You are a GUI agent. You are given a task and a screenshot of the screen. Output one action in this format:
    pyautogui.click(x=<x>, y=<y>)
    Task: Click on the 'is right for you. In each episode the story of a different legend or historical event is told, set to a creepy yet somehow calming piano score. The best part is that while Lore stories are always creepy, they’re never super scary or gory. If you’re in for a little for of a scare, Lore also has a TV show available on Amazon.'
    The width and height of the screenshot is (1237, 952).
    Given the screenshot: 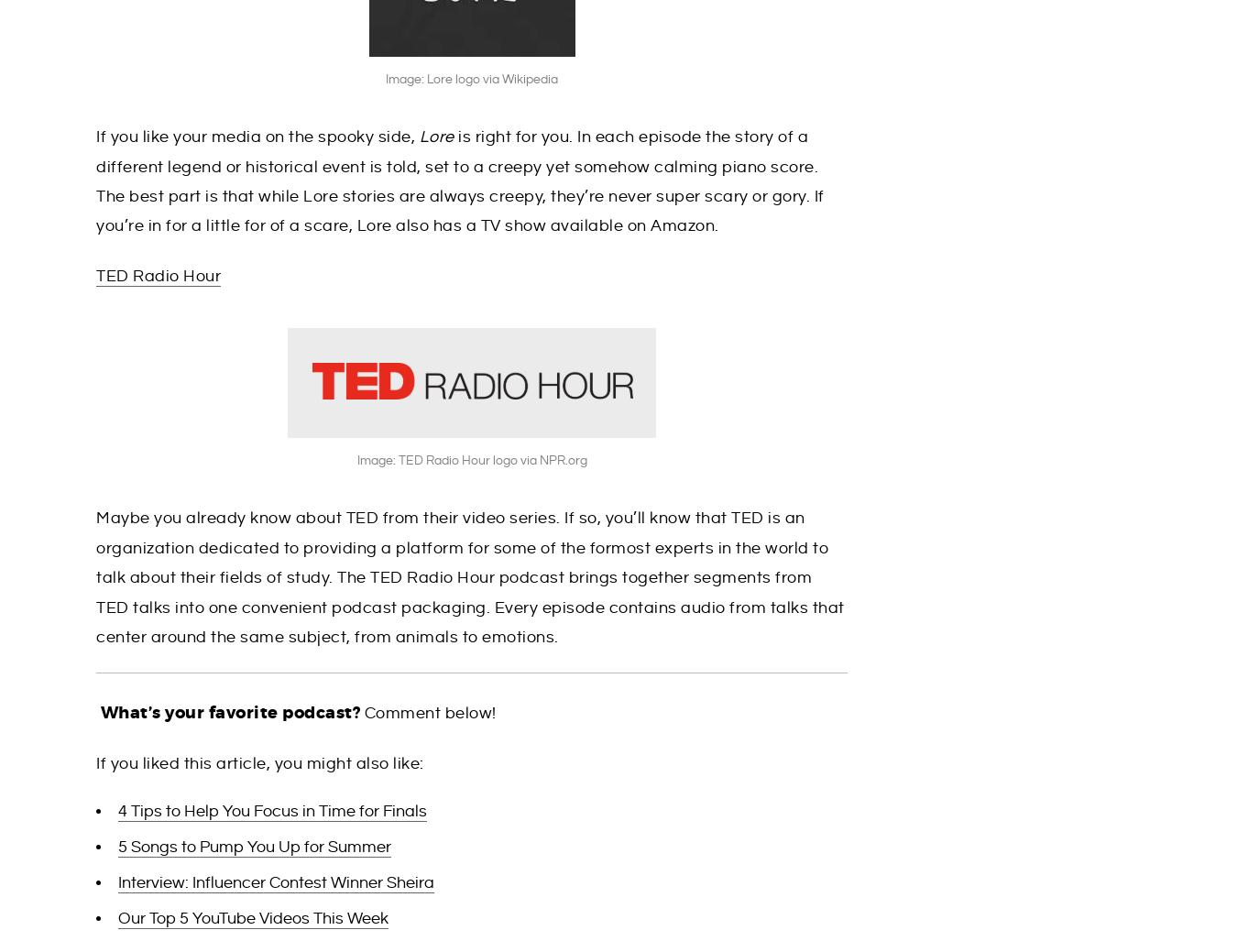 What is the action you would take?
    pyautogui.click(x=95, y=181)
    